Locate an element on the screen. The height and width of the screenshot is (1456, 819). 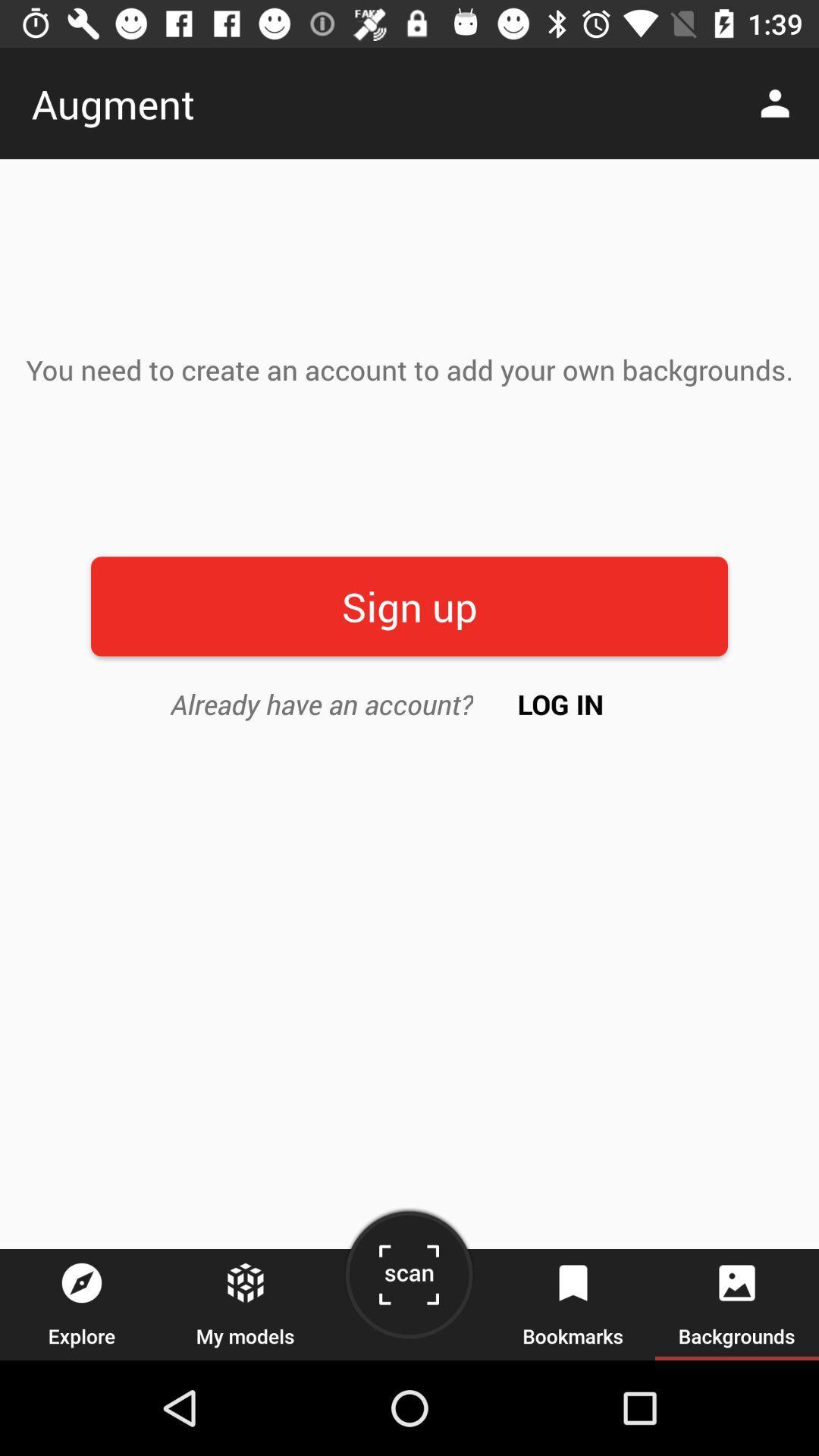
the icon to the left of the bookmarks is located at coordinates (408, 1280).